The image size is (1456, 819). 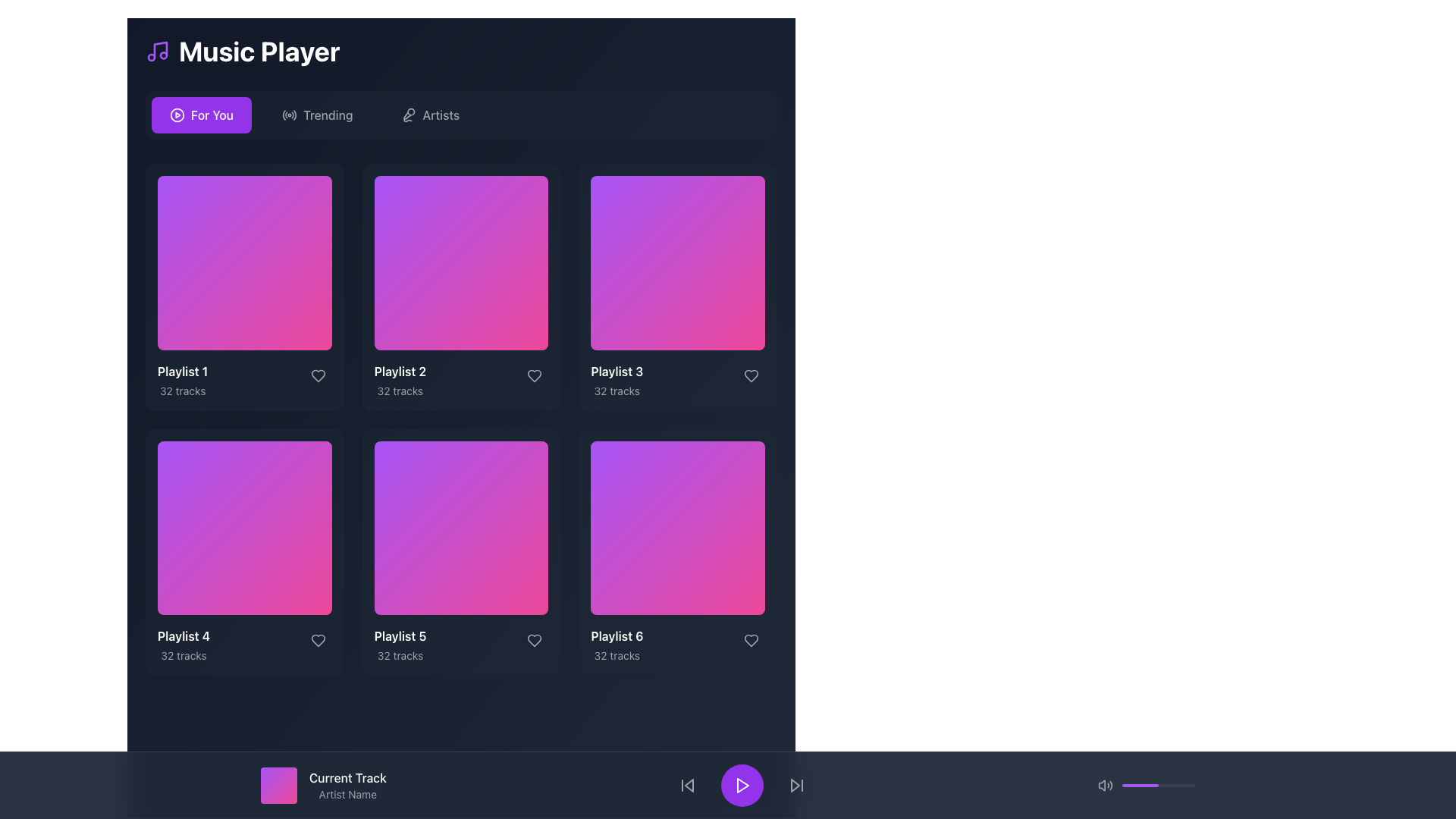 I want to click on the non-interactive text label that provides information about the number of tracks available in 'Playlist 2', which is located beneath the title 'Playlist 2' and above the interactive heart icon, so click(x=400, y=390).